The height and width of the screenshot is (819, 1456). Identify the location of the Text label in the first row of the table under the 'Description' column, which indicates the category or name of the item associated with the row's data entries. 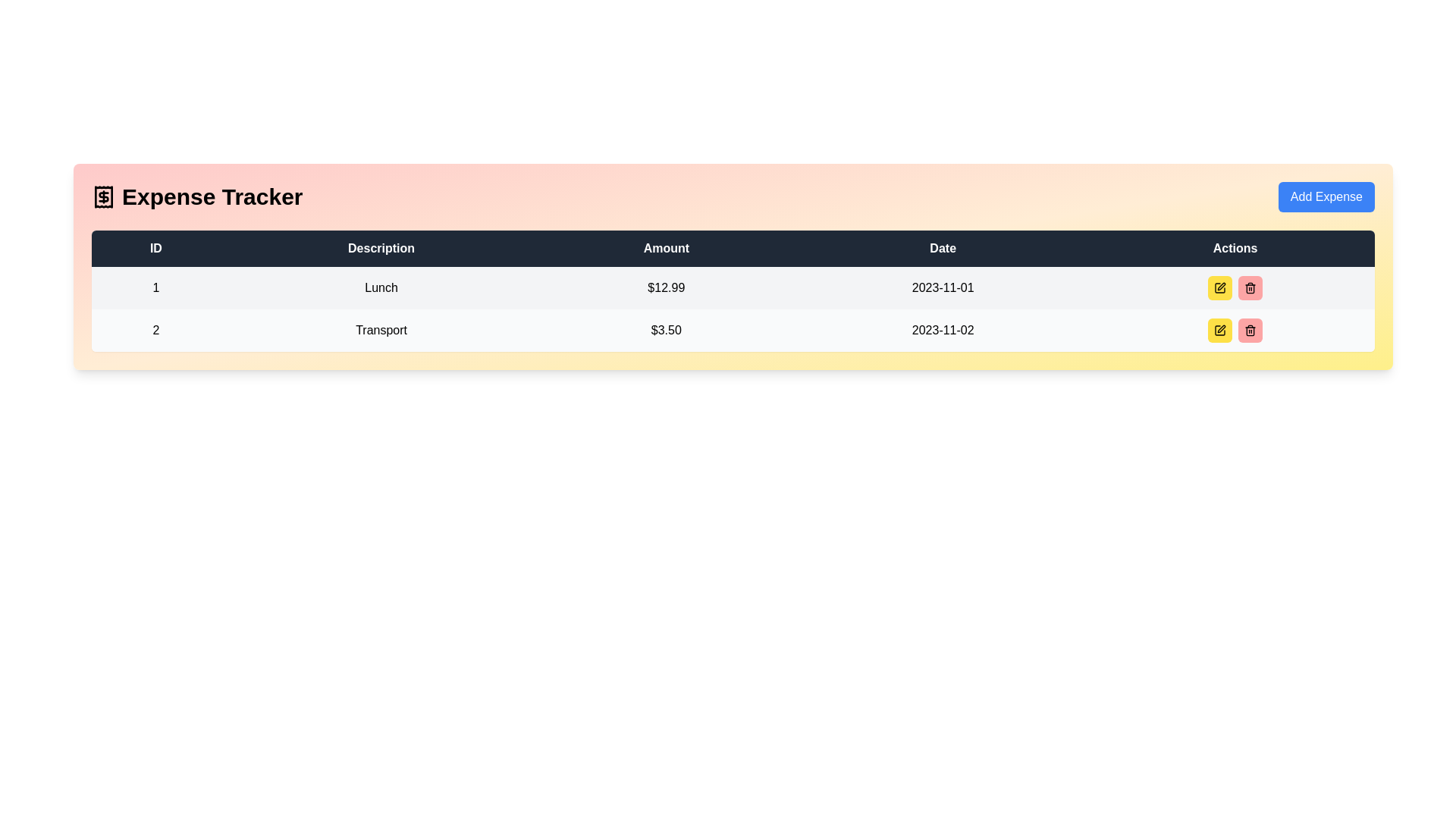
(381, 288).